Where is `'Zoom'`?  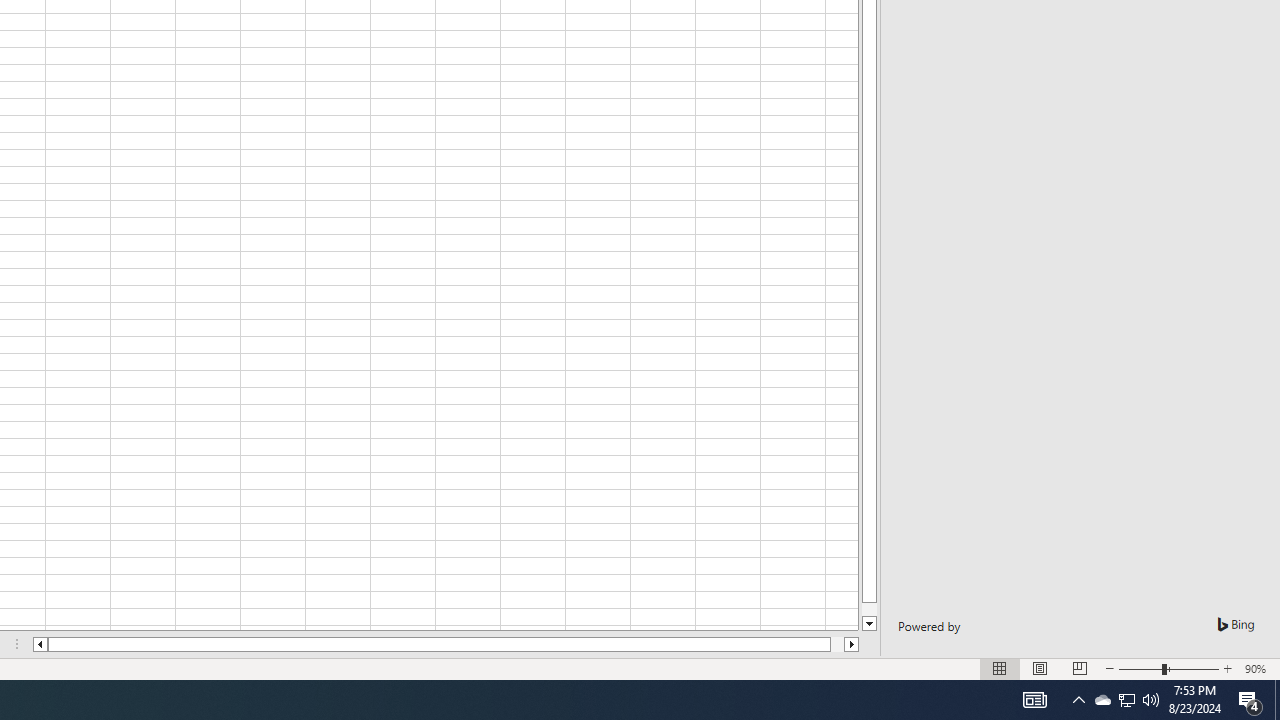 'Zoom' is located at coordinates (1168, 669).